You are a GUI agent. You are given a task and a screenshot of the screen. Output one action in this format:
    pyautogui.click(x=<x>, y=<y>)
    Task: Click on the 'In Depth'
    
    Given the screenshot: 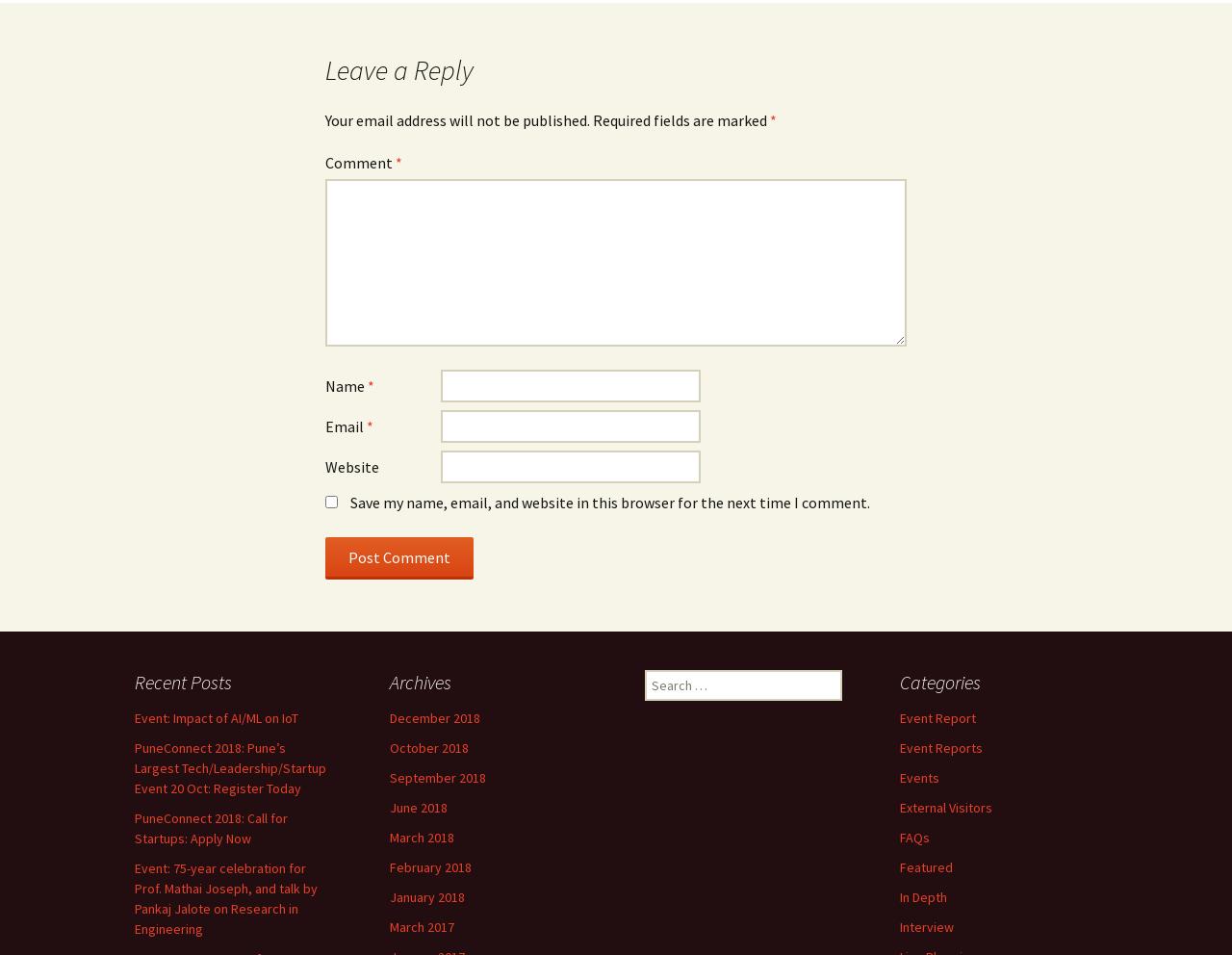 What is the action you would take?
    pyautogui.click(x=922, y=895)
    